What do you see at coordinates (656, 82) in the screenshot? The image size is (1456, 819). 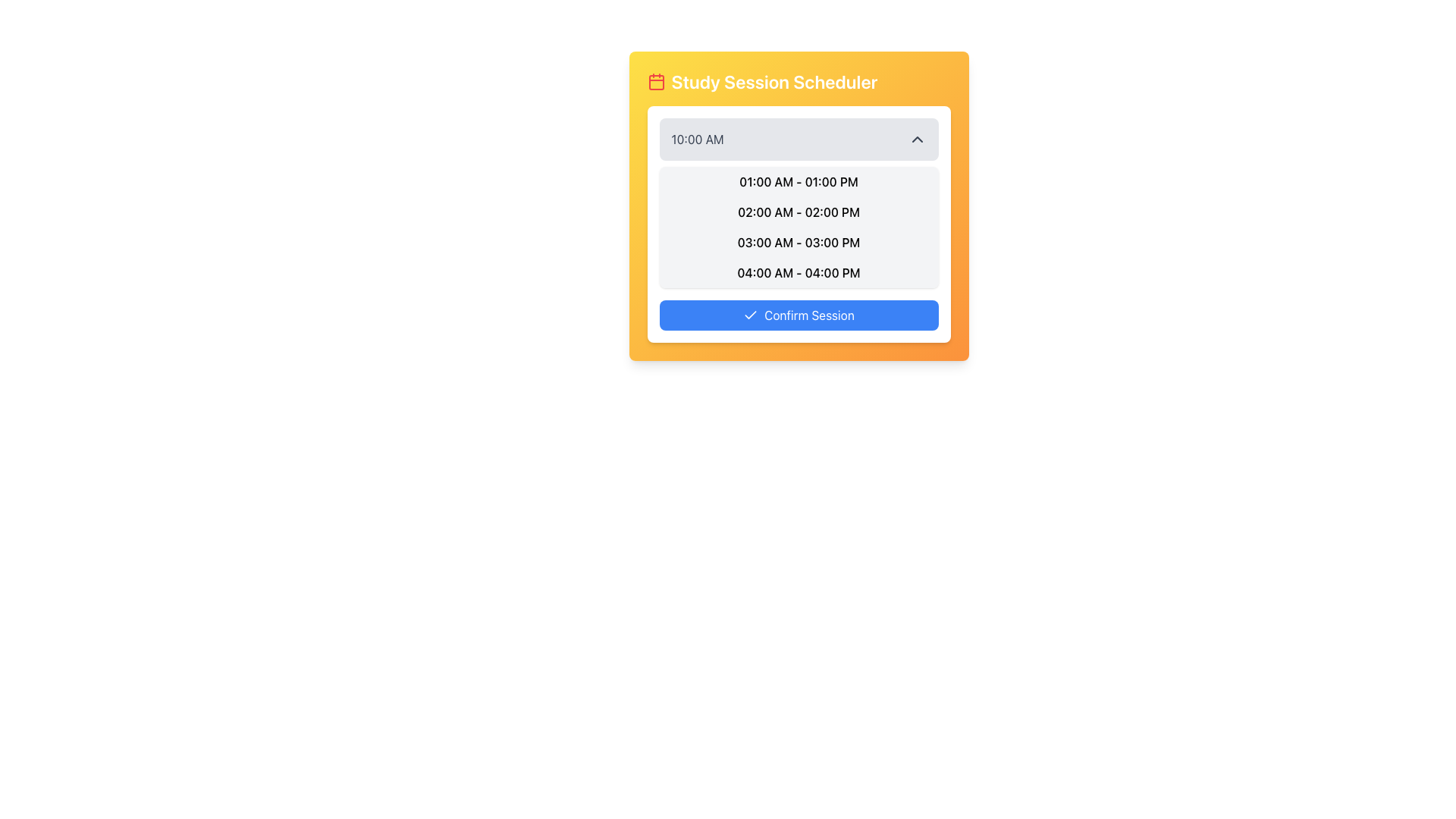 I see `the icon representing the 'Study Session Scheduler' feature, located at the top left corner of the panel` at bounding box center [656, 82].